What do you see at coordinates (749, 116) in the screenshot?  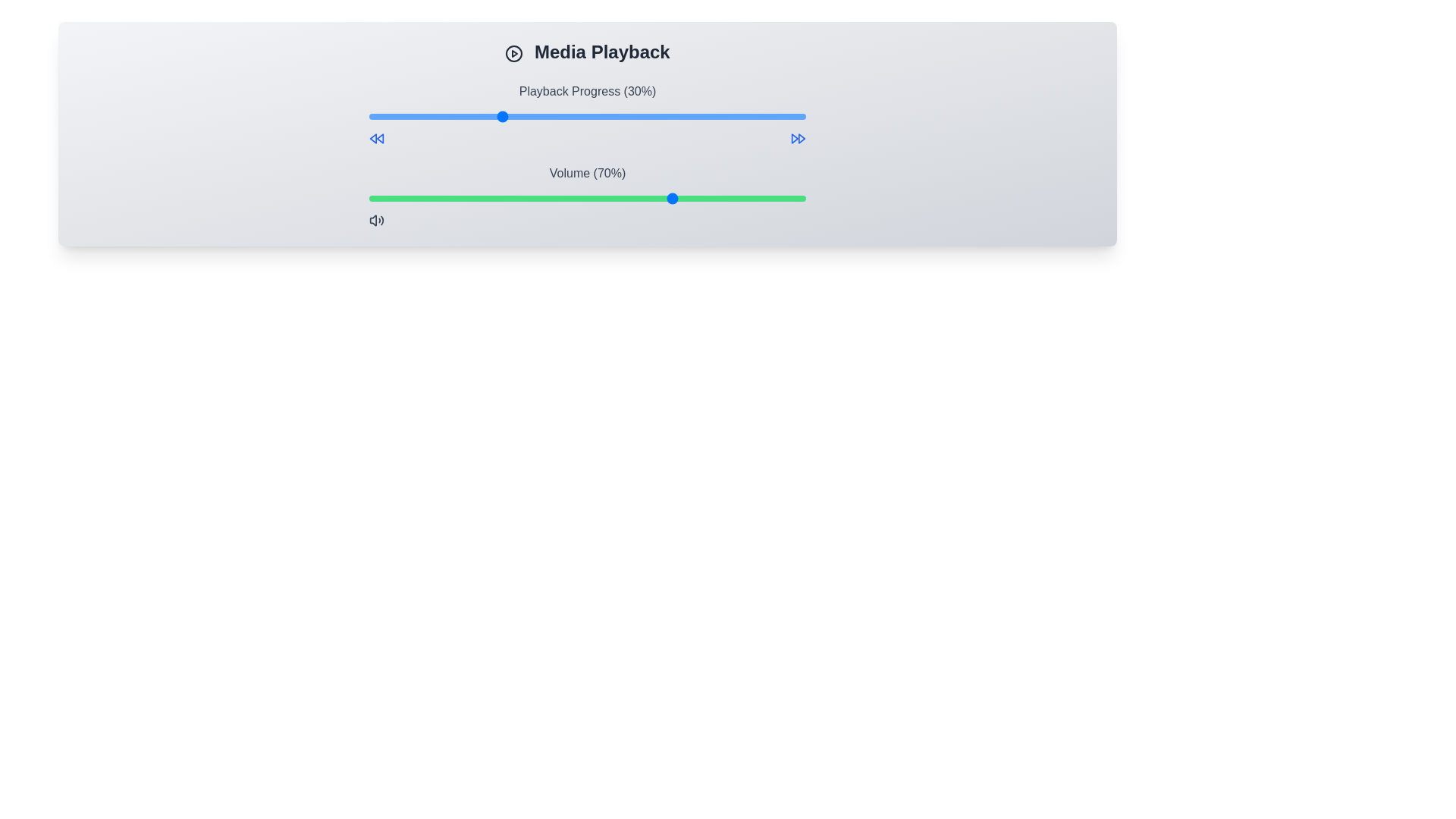 I see `the playback progress to 87% by moving the slider` at bounding box center [749, 116].